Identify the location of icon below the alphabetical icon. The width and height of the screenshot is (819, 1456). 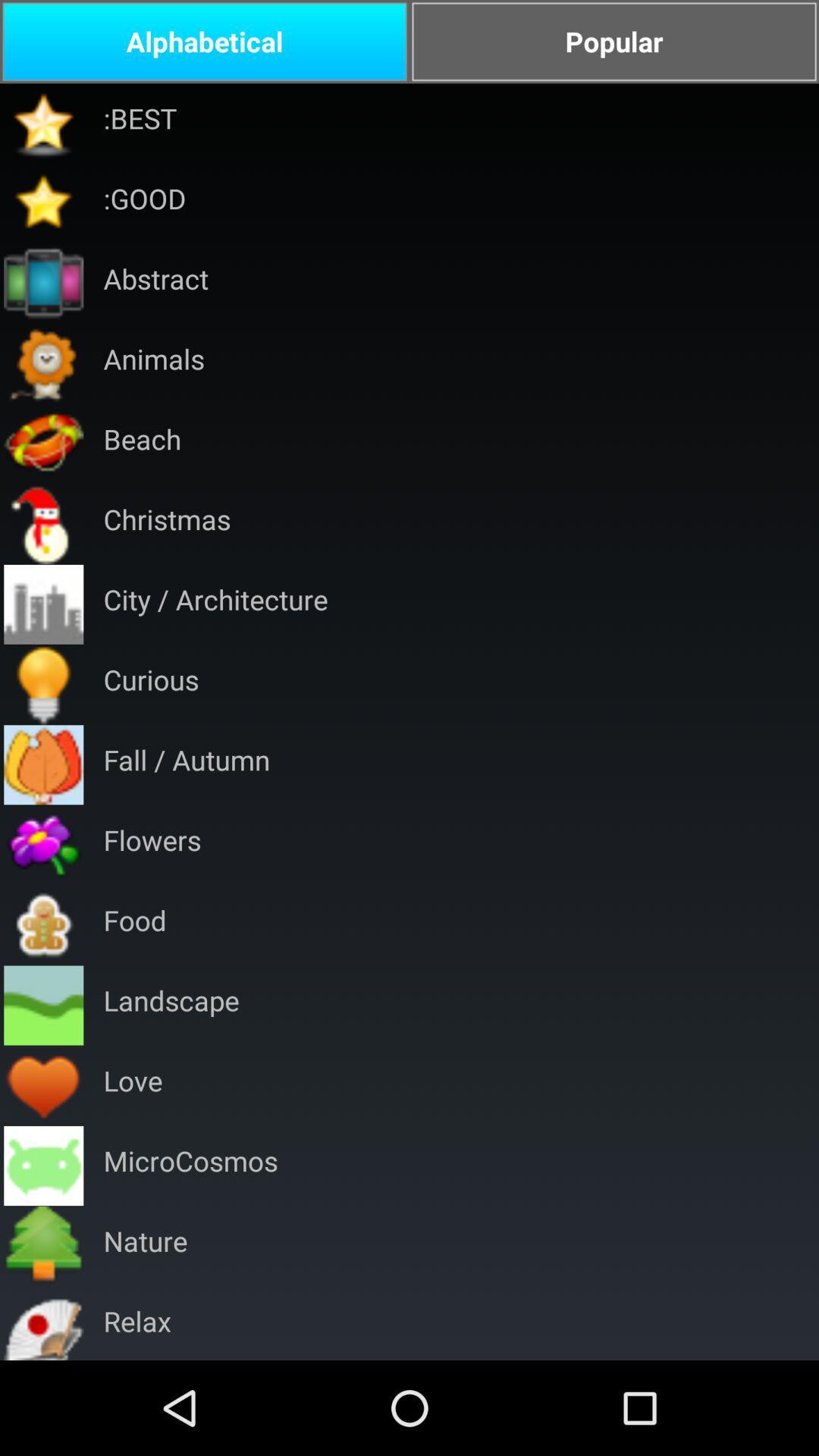
(140, 123).